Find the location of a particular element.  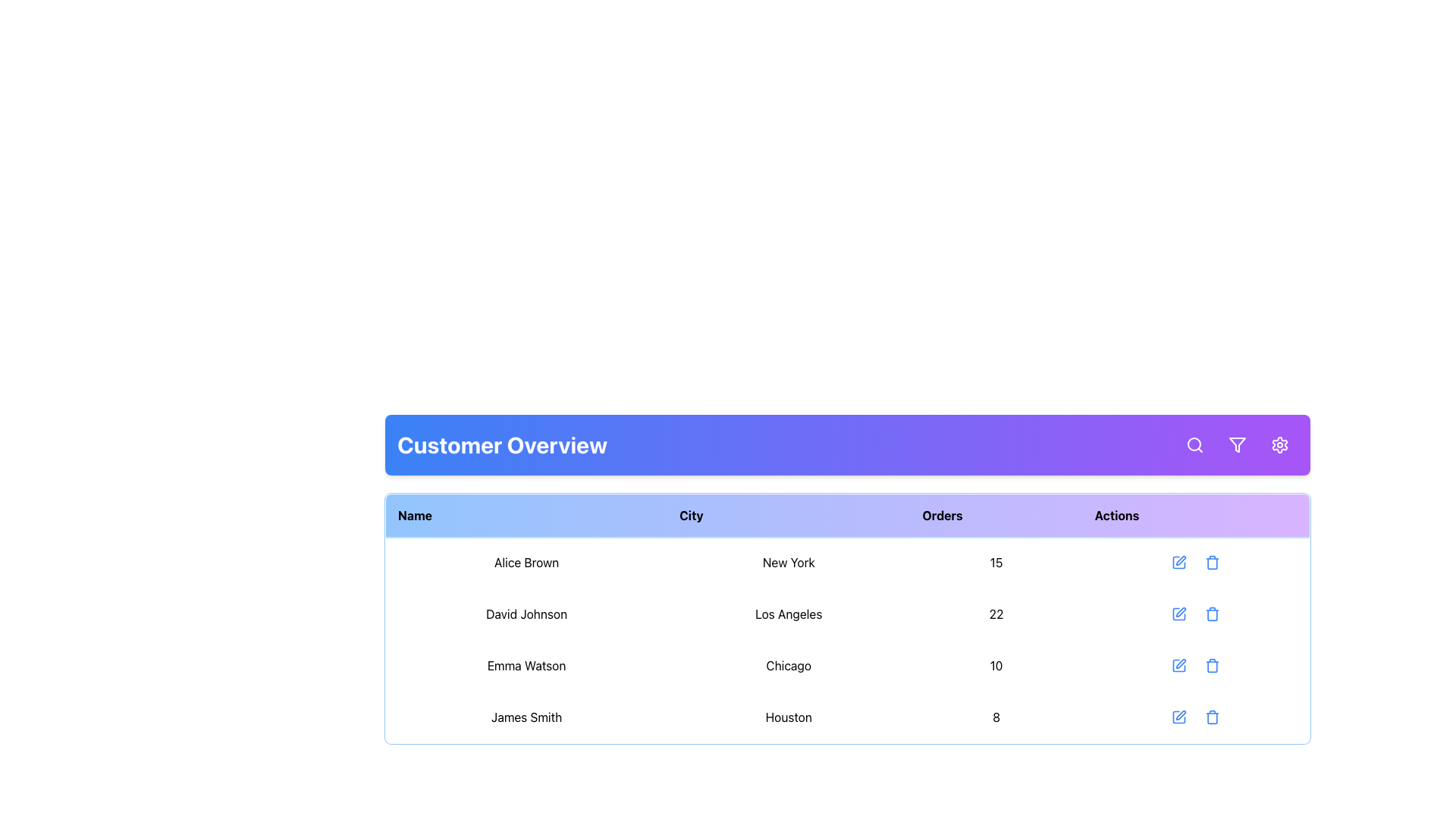

the text label representing the number of orders associated with 'James Smith' in the 'Orders' column of the table is located at coordinates (996, 717).